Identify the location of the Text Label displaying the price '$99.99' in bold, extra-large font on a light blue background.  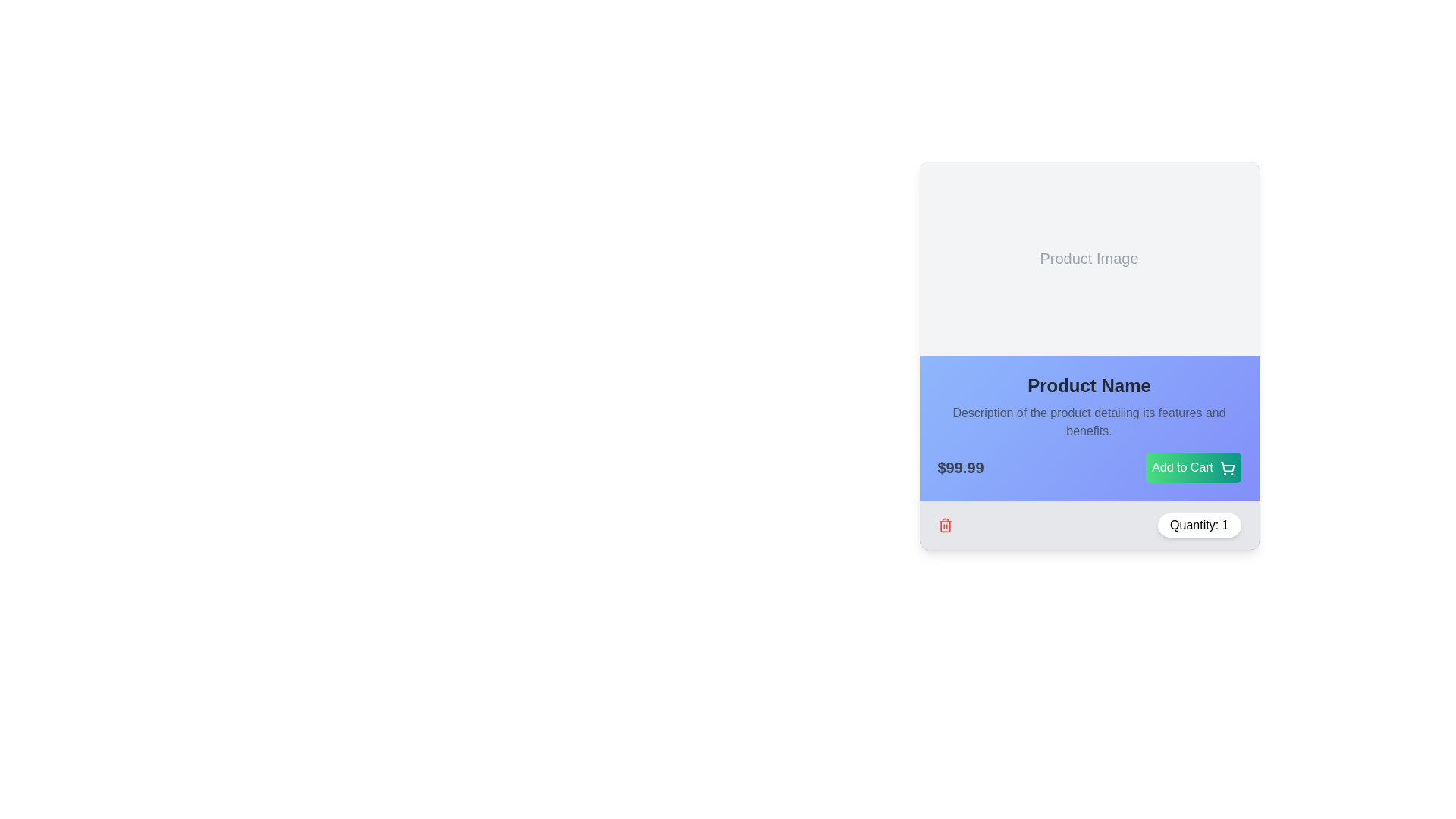
(960, 467).